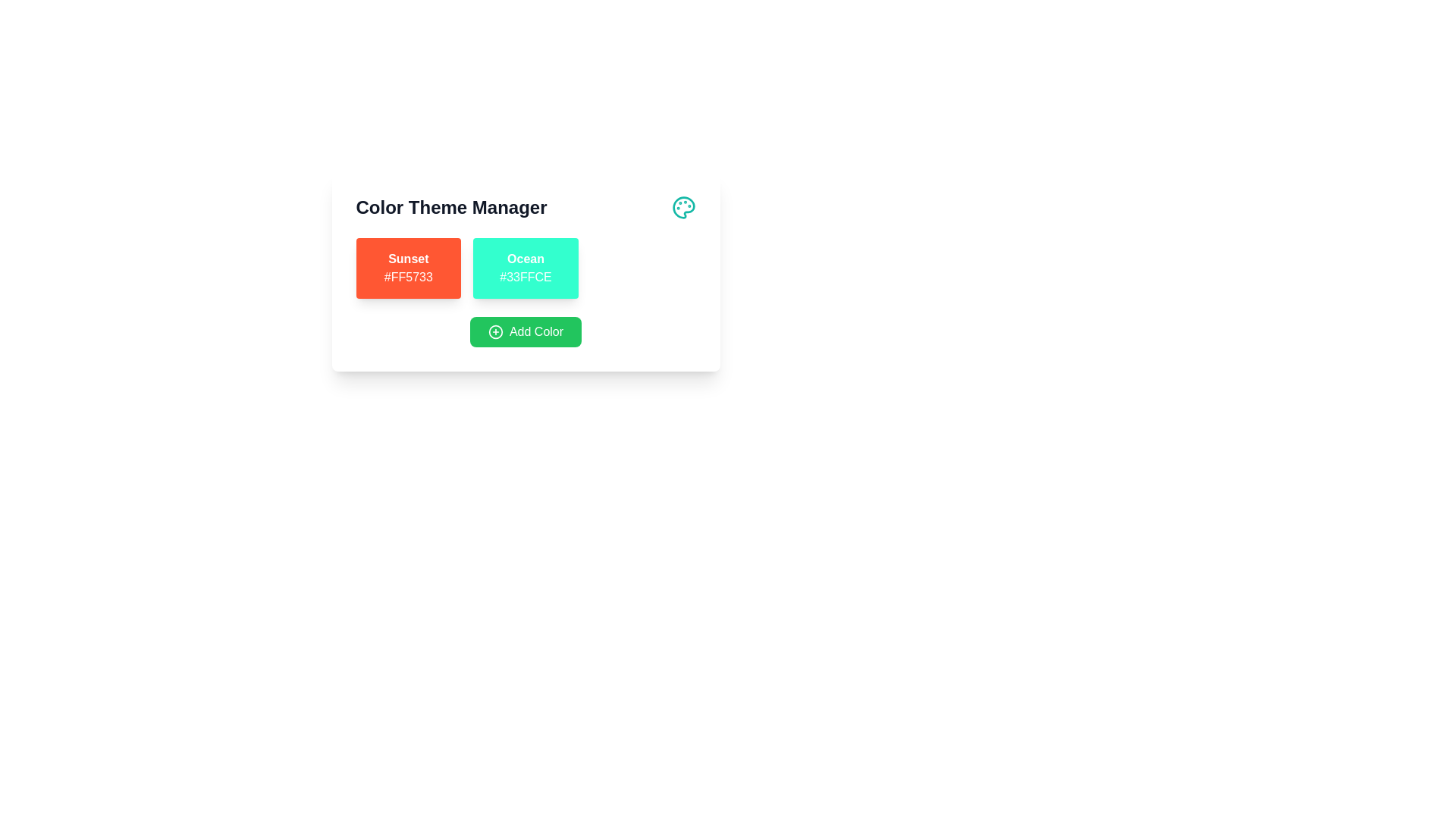 Image resolution: width=1456 pixels, height=819 pixels. Describe the element at coordinates (526, 259) in the screenshot. I see `the bold, white text label displaying 'Ocean' that is centered at the top of the turquoise card within the 'Color Theme Manager'` at that location.